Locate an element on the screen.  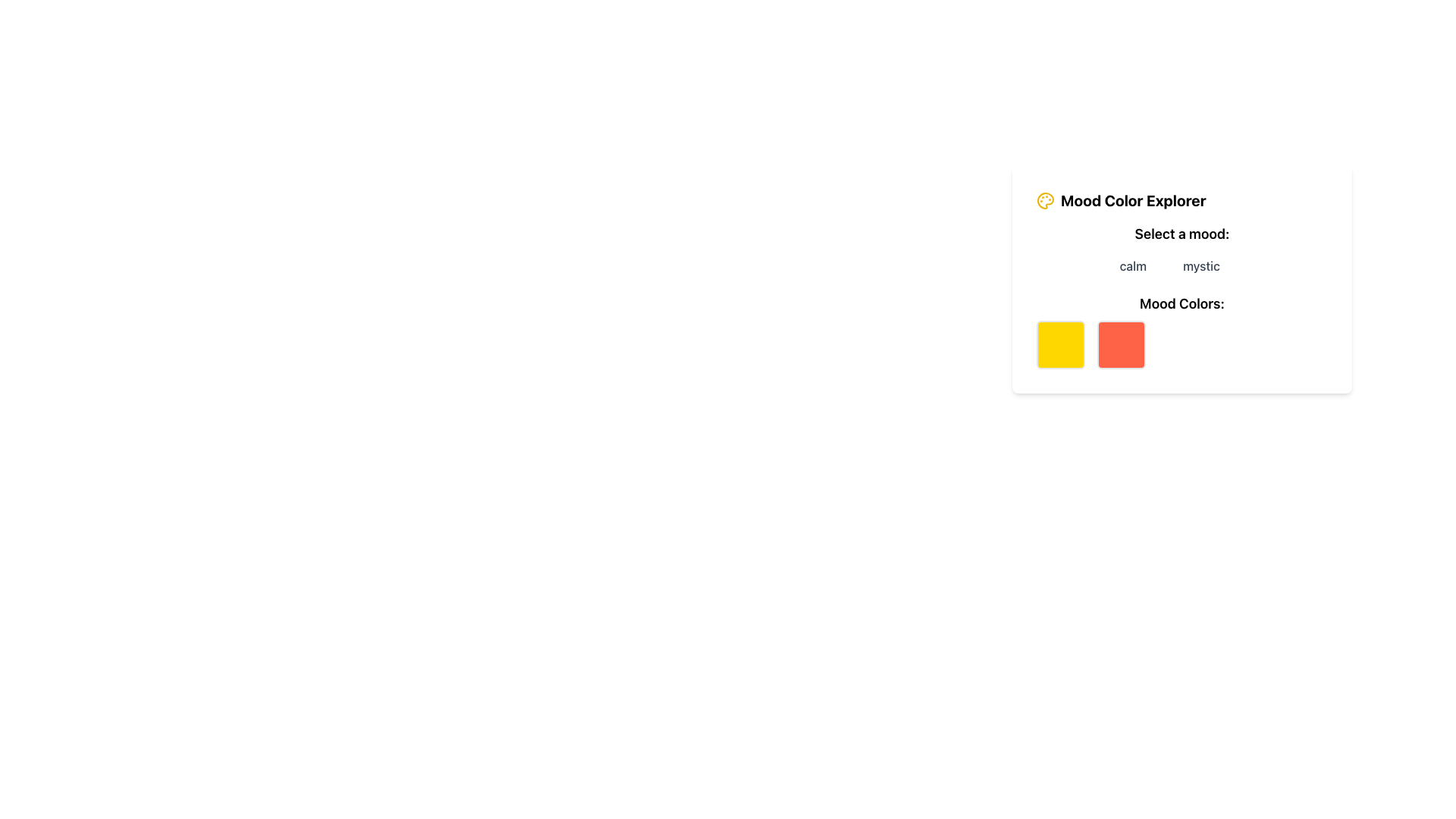
the second color box in the 'Mood Color Explorer' section is located at coordinates (1121, 345).